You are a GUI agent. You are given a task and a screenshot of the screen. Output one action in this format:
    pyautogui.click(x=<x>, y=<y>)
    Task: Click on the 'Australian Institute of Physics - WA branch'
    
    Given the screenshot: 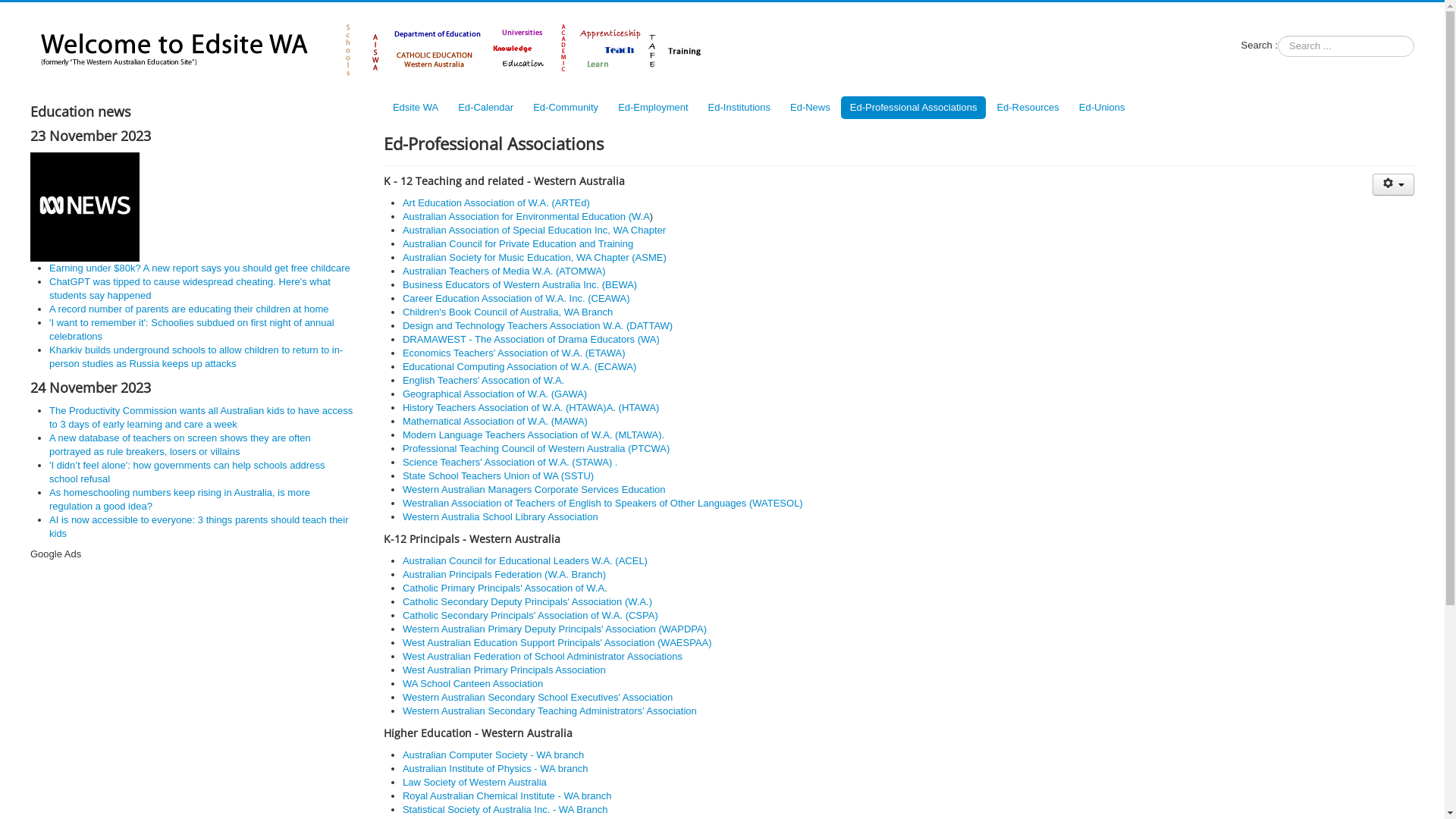 What is the action you would take?
    pyautogui.click(x=494, y=768)
    